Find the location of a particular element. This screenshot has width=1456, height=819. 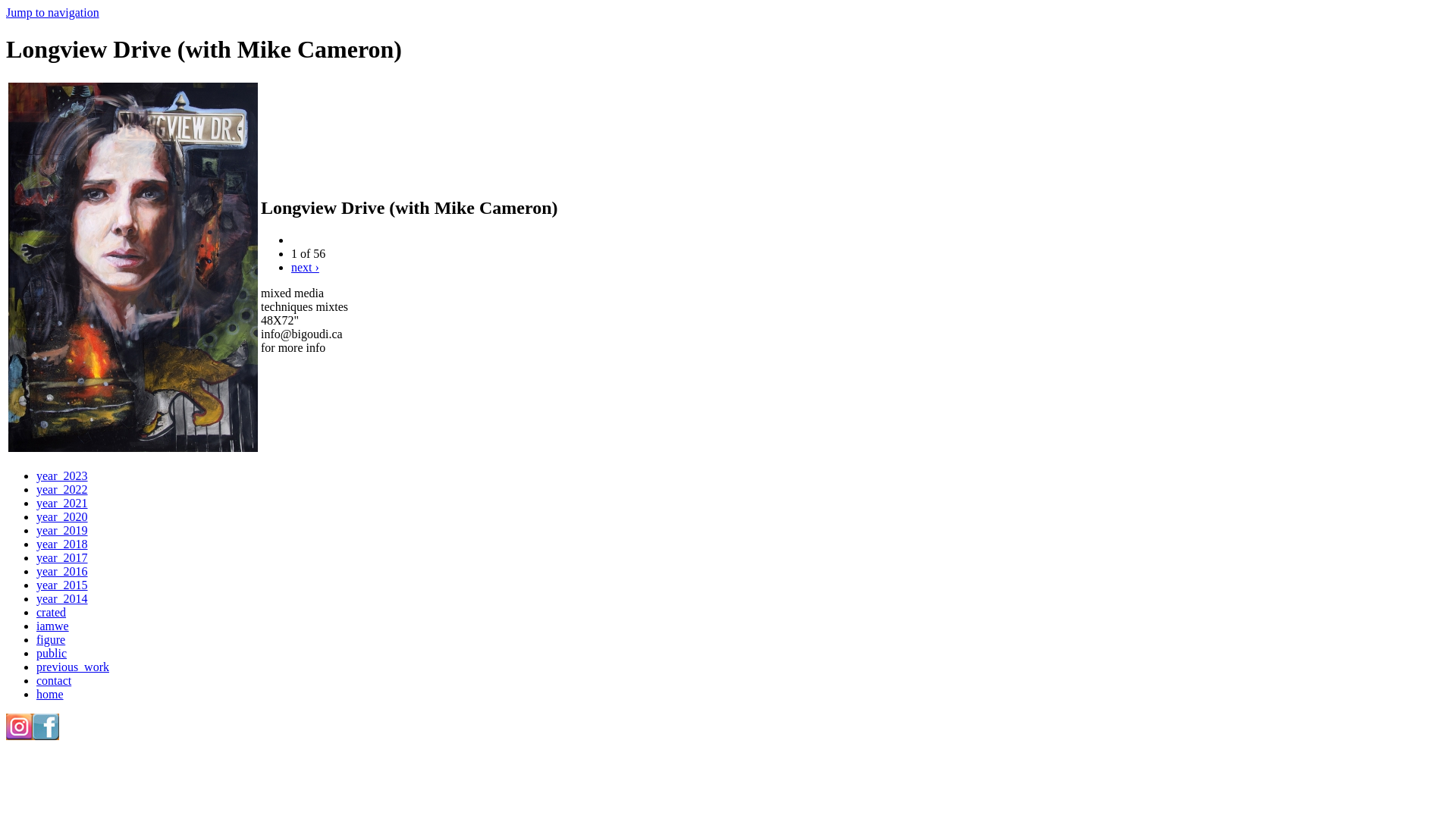

'home' is located at coordinates (50, 694).